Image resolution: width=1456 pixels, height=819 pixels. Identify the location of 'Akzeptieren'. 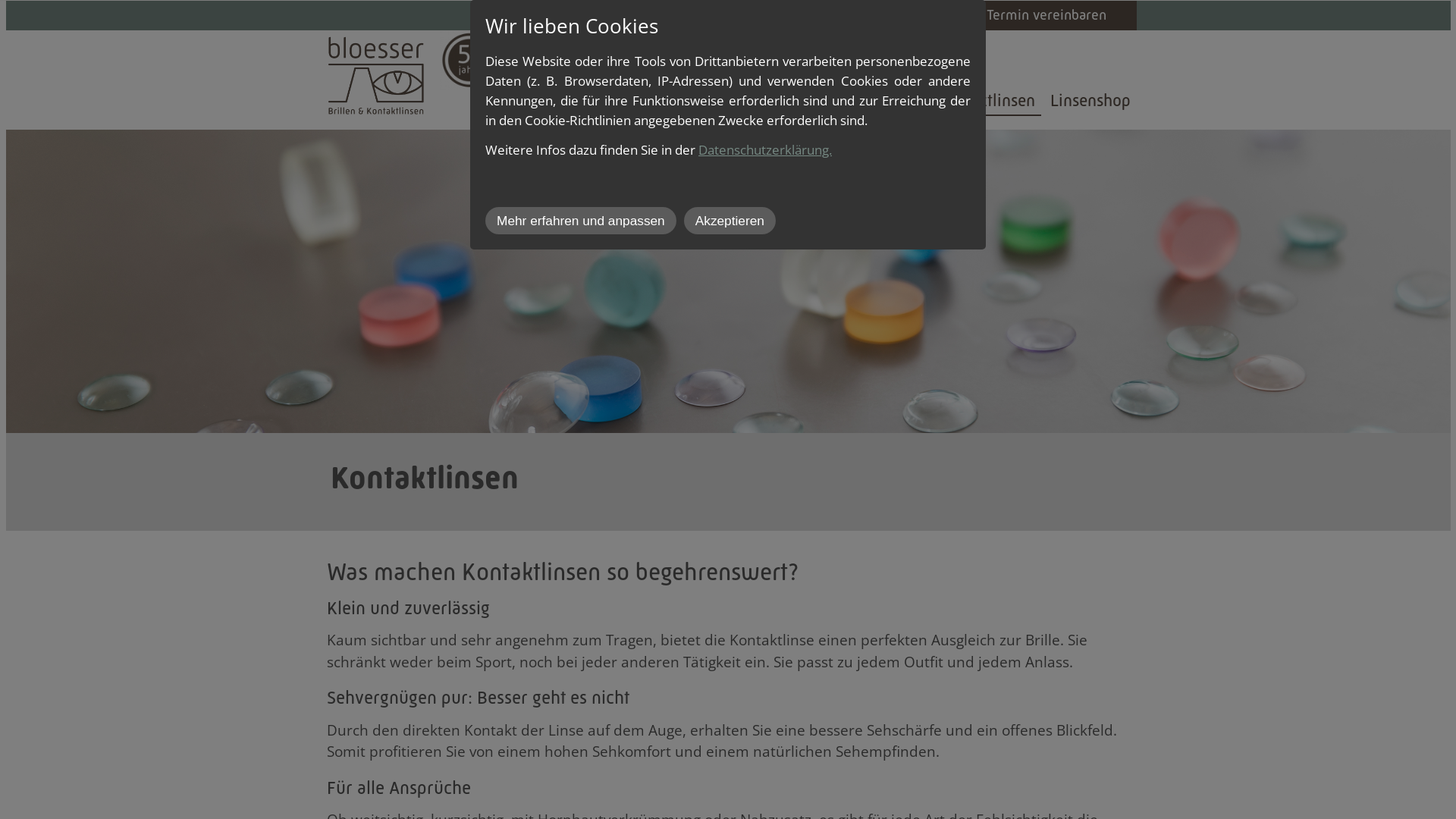
(730, 221).